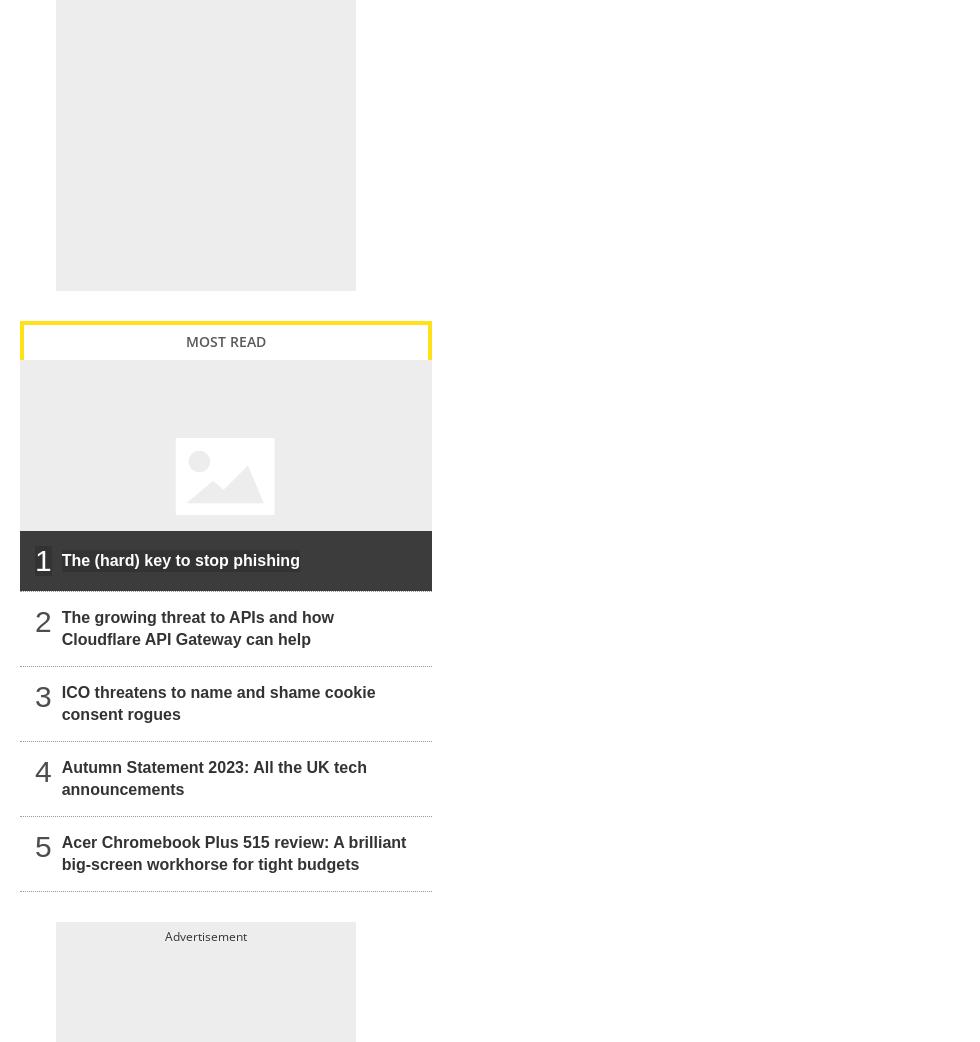 Image resolution: width=980 pixels, height=1042 pixels. What do you see at coordinates (196, 628) in the screenshot?
I see `'The growing threat to APIs and how Cloudflare API Gateway can help'` at bounding box center [196, 628].